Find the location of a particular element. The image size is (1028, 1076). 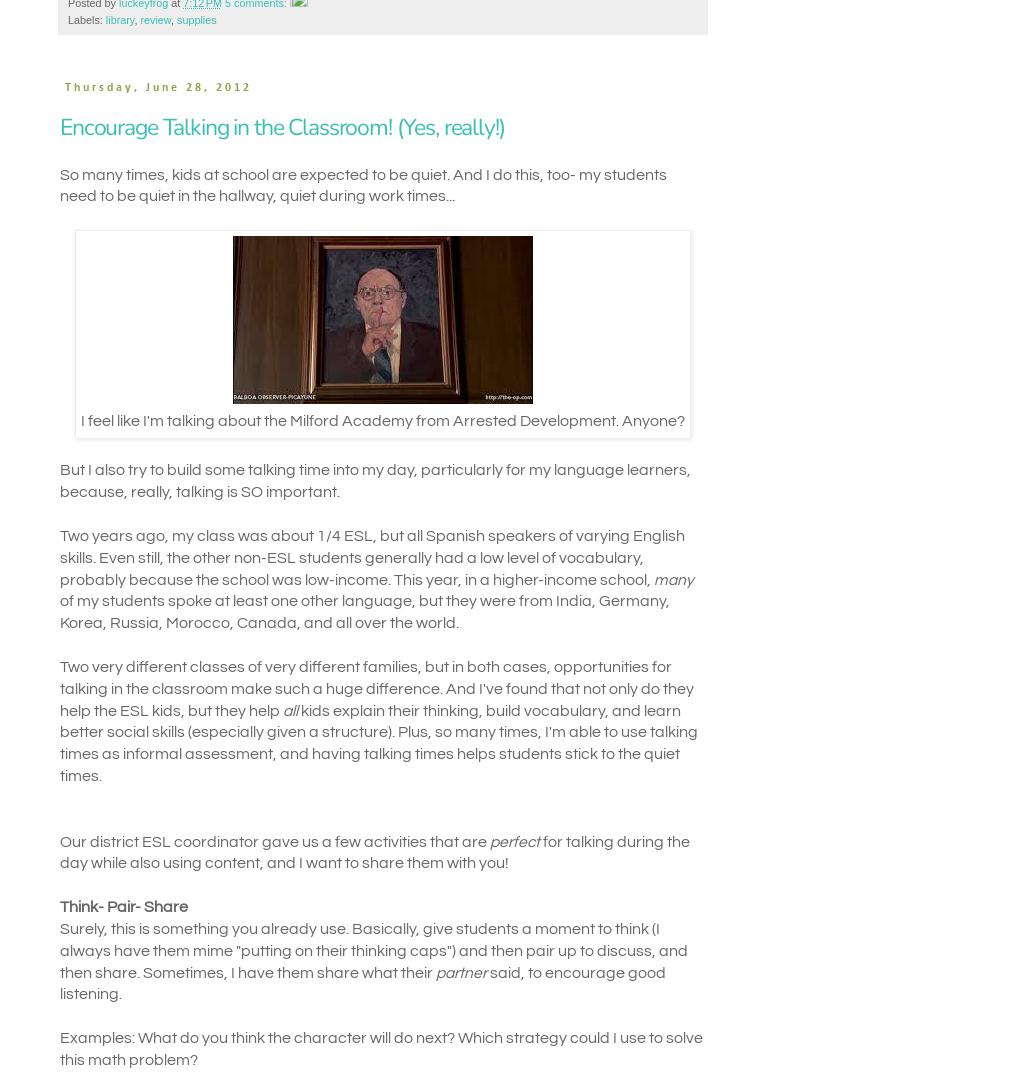

'Two years ago, my class was about 1/4 ESL, but all Spanish speakers of varying English skills. Even still, the other non-ESL students generally had a low level of vocabulary, probably because the school was low-income. This year, in a higher-income school,' is located at coordinates (371, 556).